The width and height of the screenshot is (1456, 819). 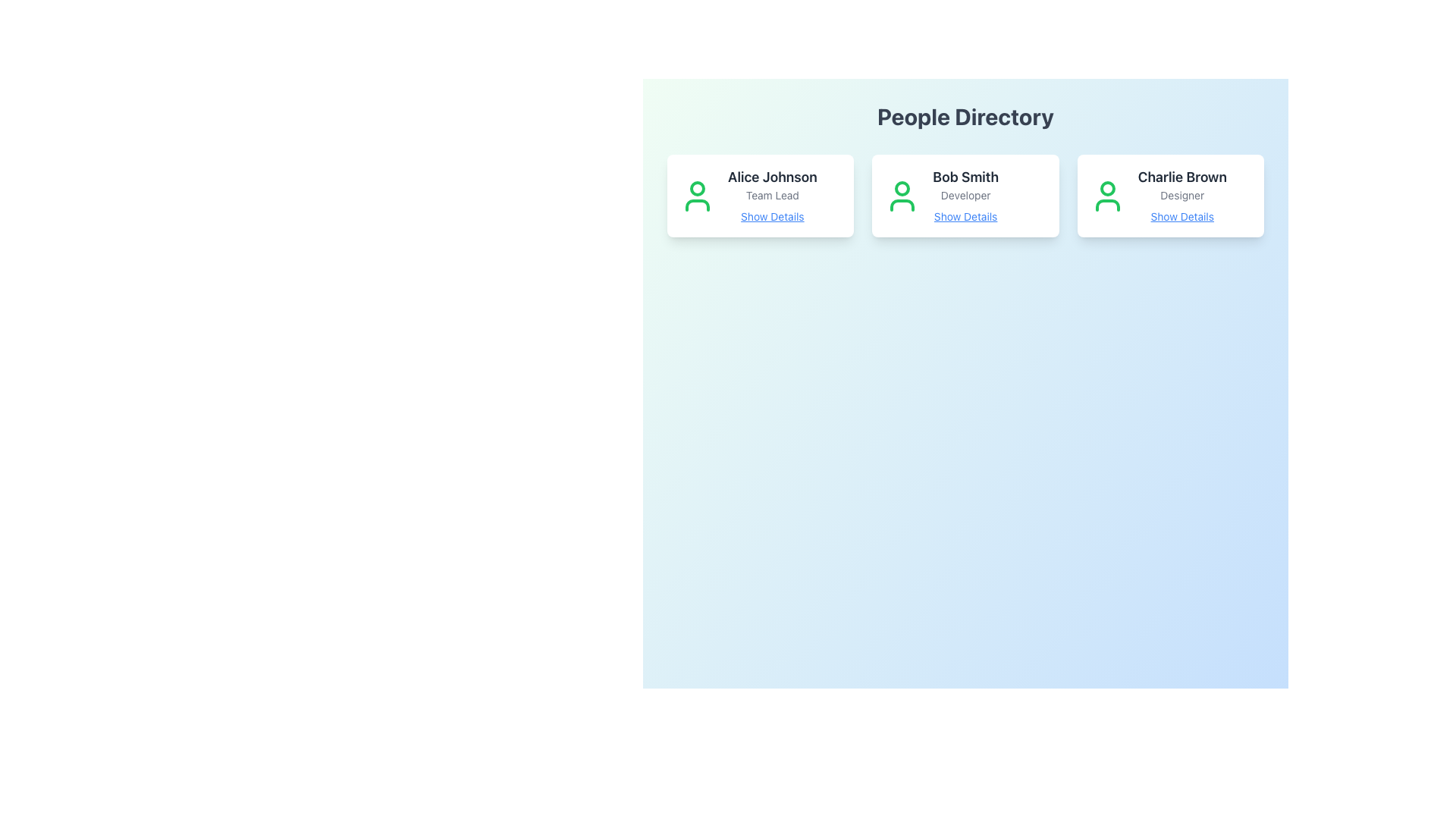 What do you see at coordinates (772, 216) in the screenshot?
I see `the 'Show Details' hyperlink located below the 'Team Lead' text and beneath 'Alice Johnson' in the leftmost profile card` at bounding box center [772, 216].